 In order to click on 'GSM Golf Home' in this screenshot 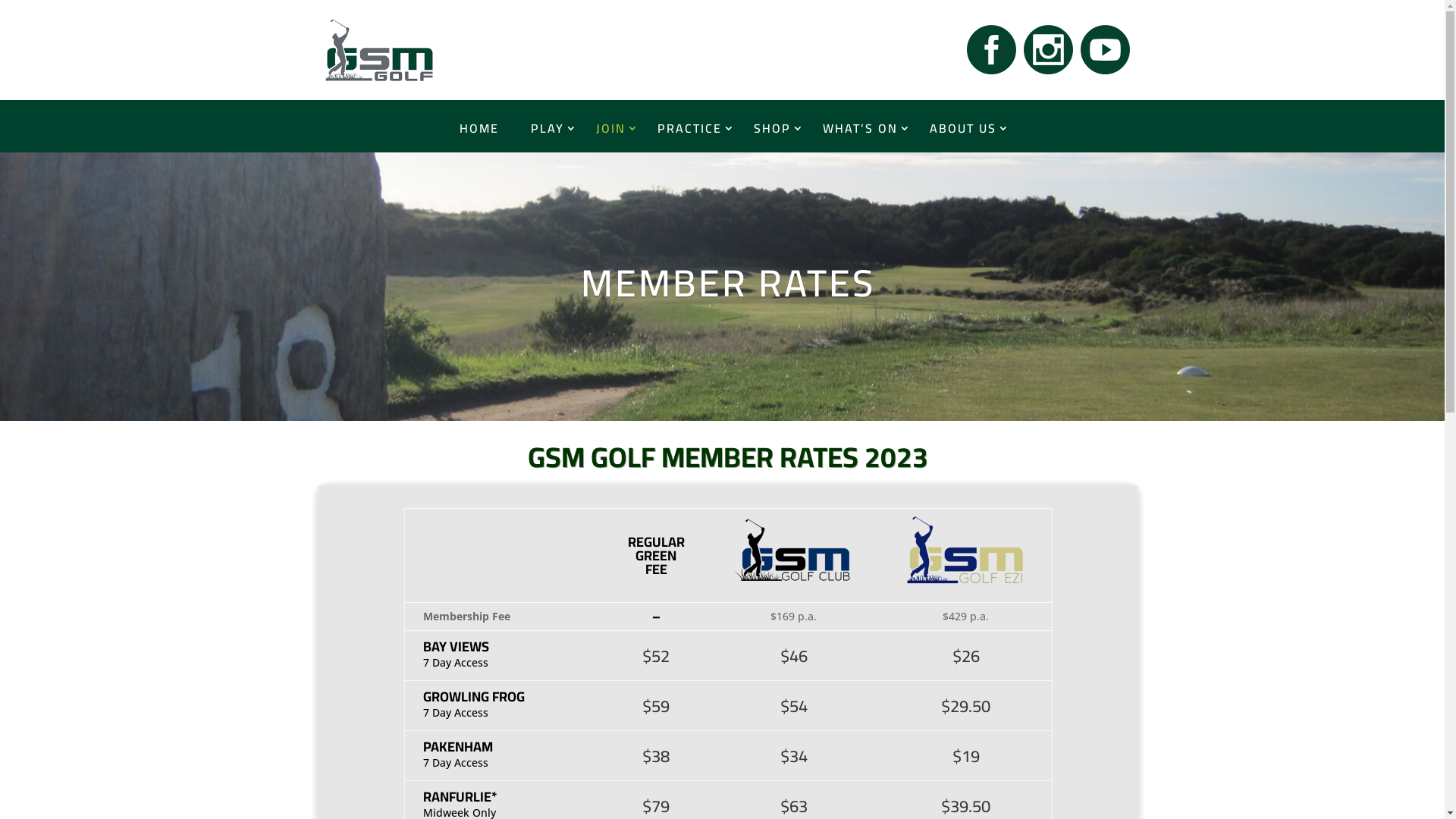, I will do `click(375, 49)`.